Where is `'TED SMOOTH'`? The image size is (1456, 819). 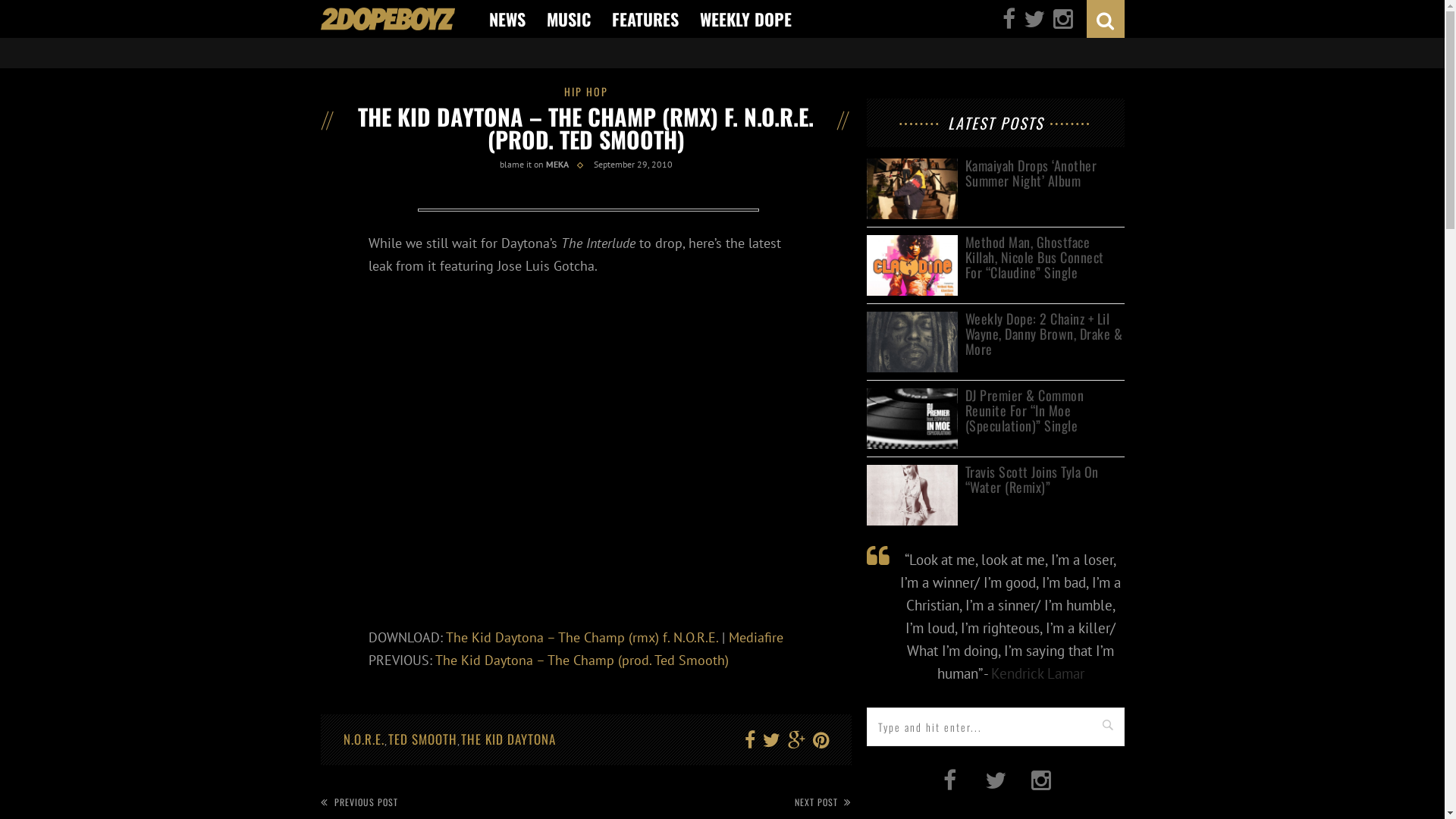 'TED SMOOTH' is located at coordinates (388, 738).